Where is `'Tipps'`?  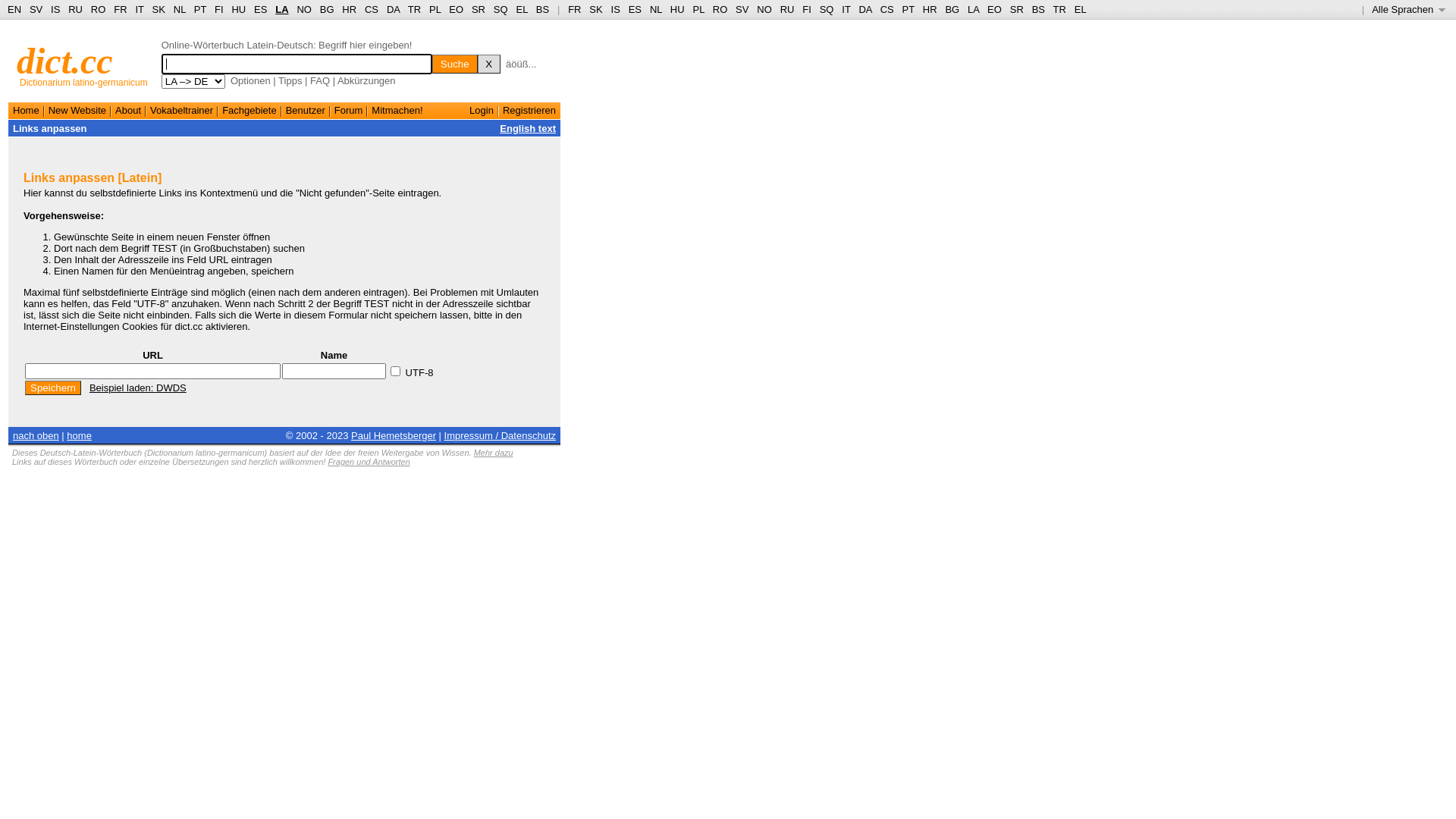
'Tipps' is located at coordinates (278, 80).